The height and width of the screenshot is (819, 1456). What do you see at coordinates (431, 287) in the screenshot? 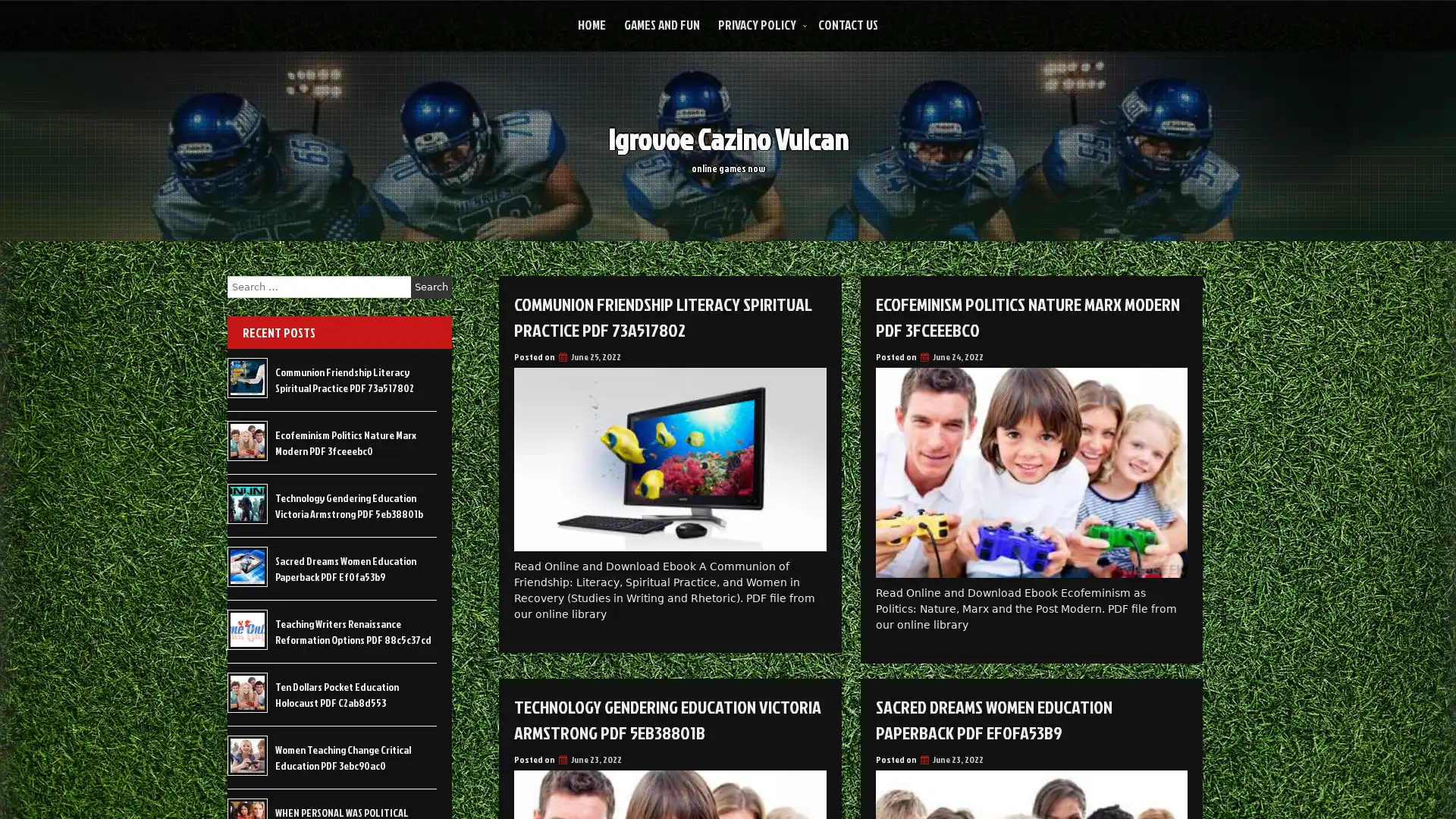
I see `Search` at bounding box center [431, 287].